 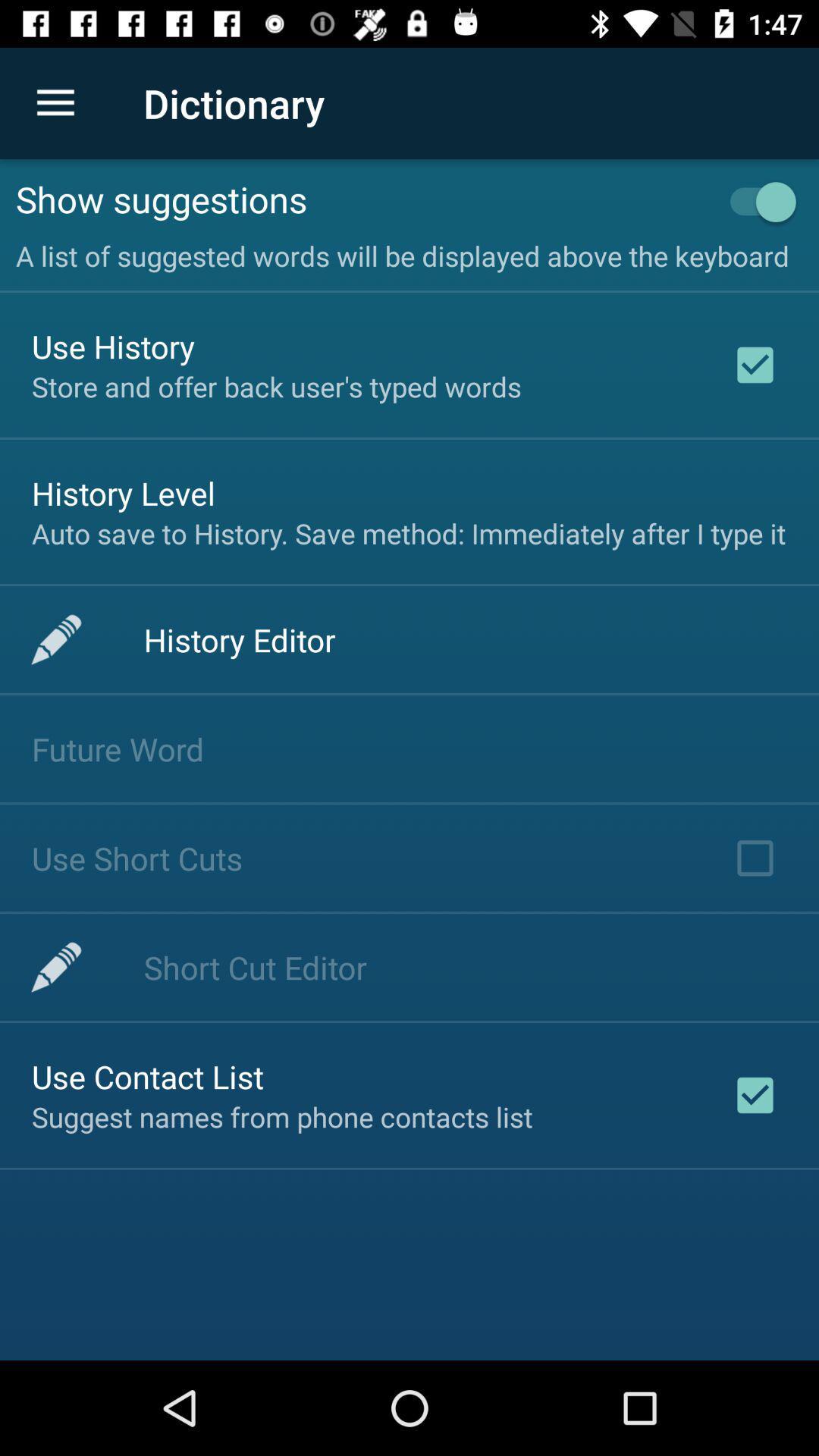 What do you see at coordinates (254, 966) in the screenshot?
I see `the item above use contact list icon` at bounding box center [254, 966].